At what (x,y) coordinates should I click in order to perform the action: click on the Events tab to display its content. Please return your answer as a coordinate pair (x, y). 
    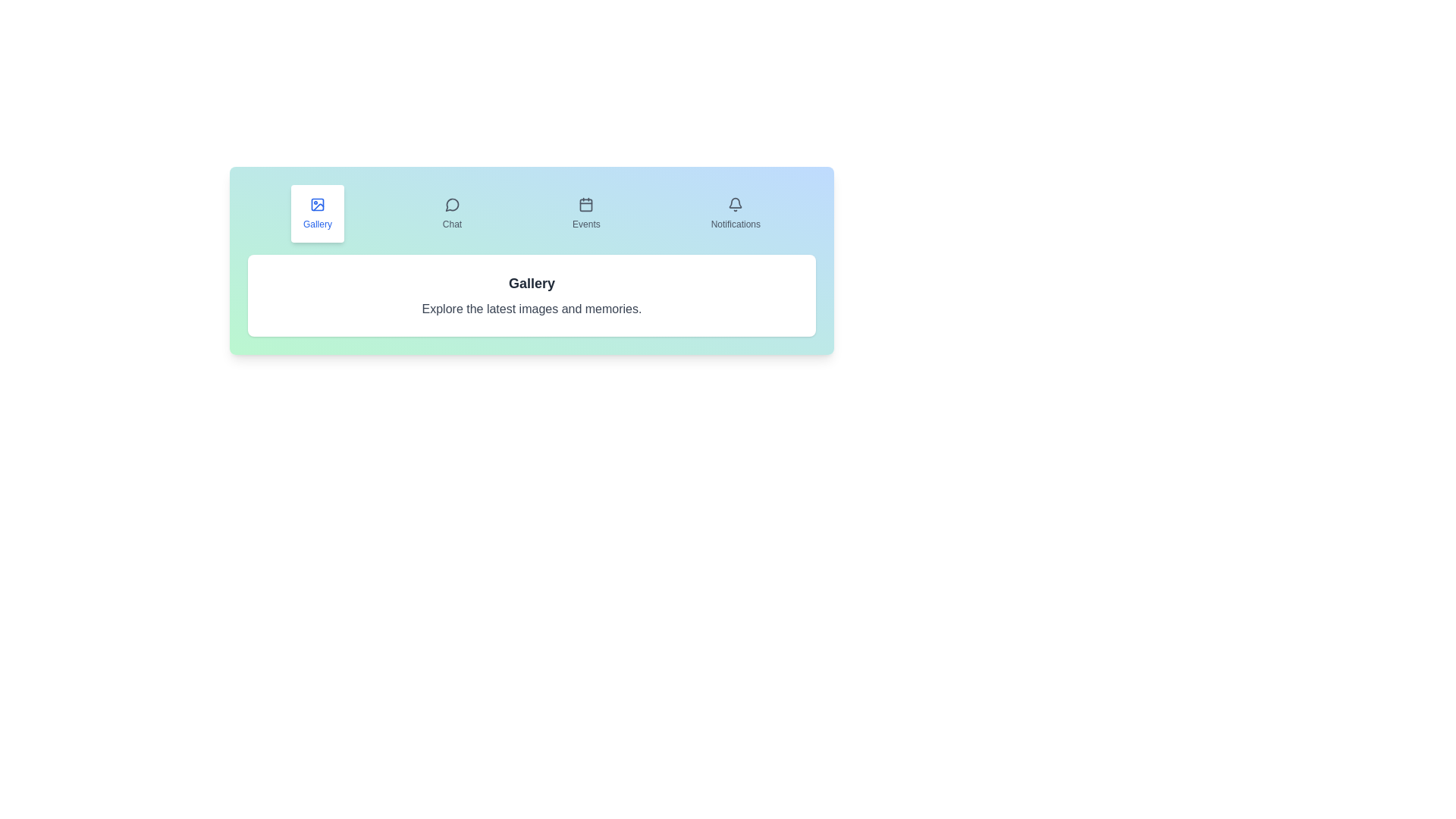
    Looking at the image, I should click on (585, 213).